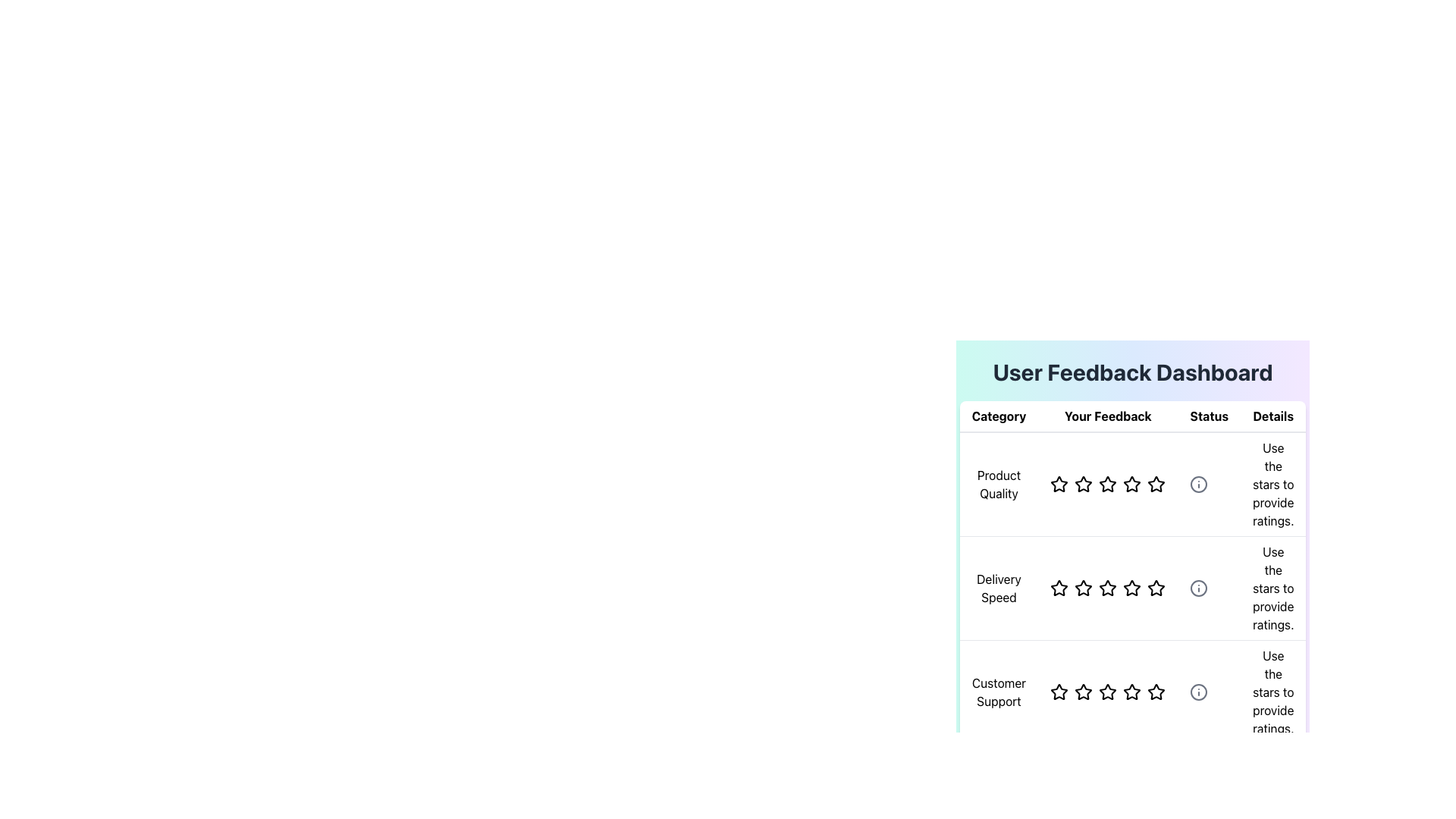  I want to click on the 'Delivery Speed' text label element, which is centrally aligned and displayed in black within a table under the 'Category' column, so click(999, 587).